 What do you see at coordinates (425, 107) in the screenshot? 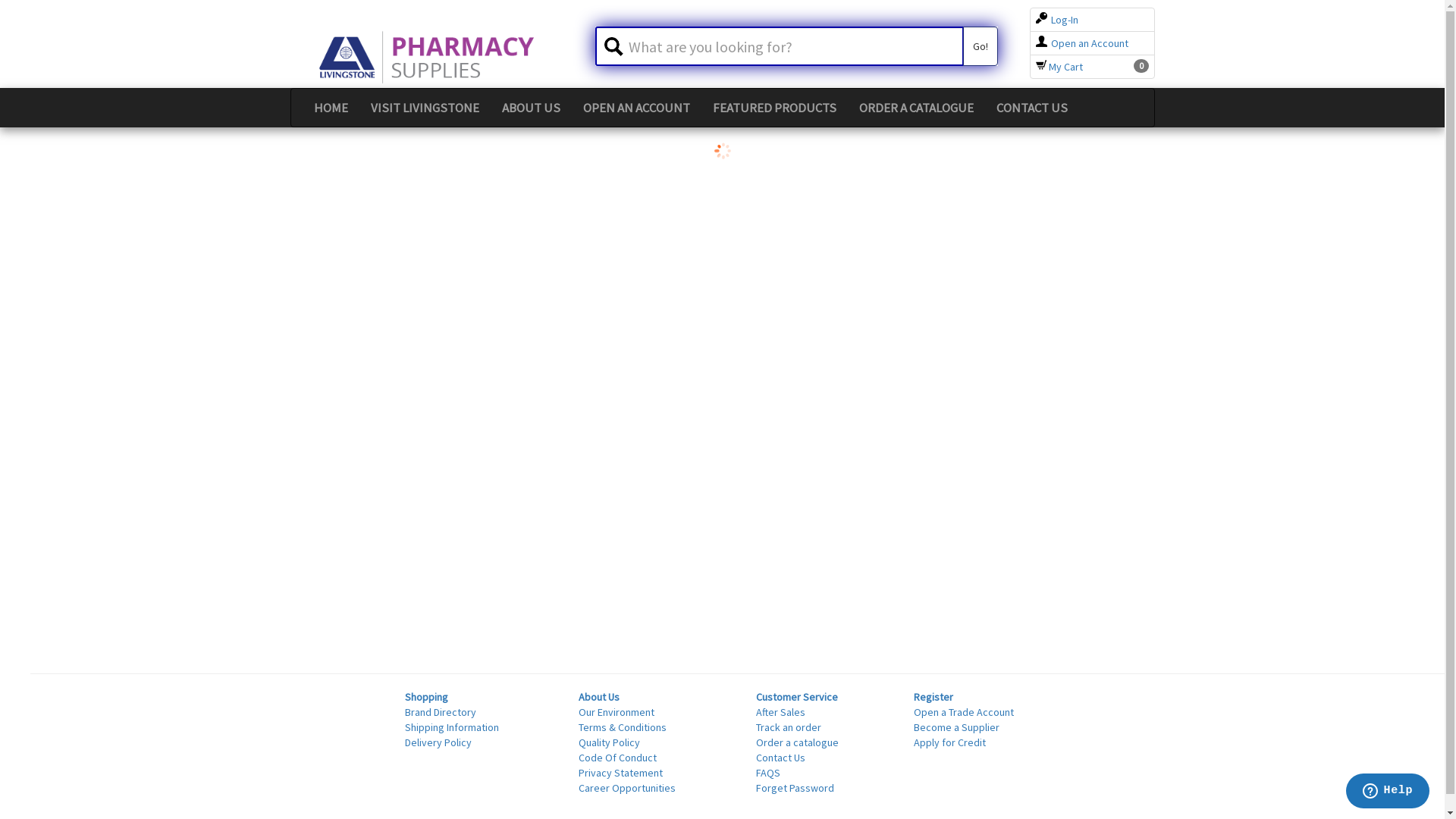
I see `'VISIT LIVINGSTONE'` at bounding box center [425, 107].